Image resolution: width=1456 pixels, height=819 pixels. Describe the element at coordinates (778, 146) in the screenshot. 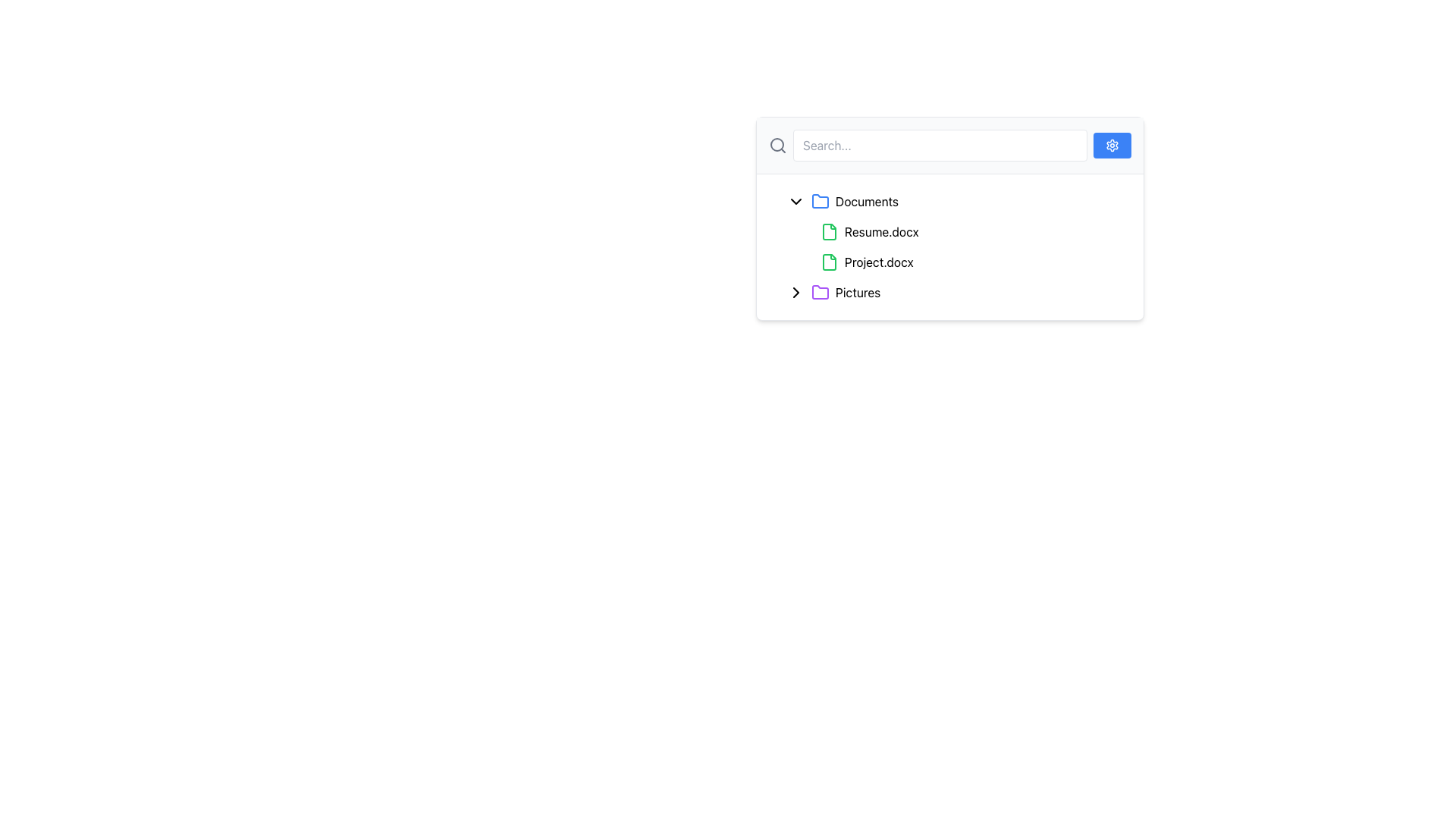

I see `the magnifying glass icon located to the left of the search bar, which is styled in gray and serves as a search symbol` at that location.